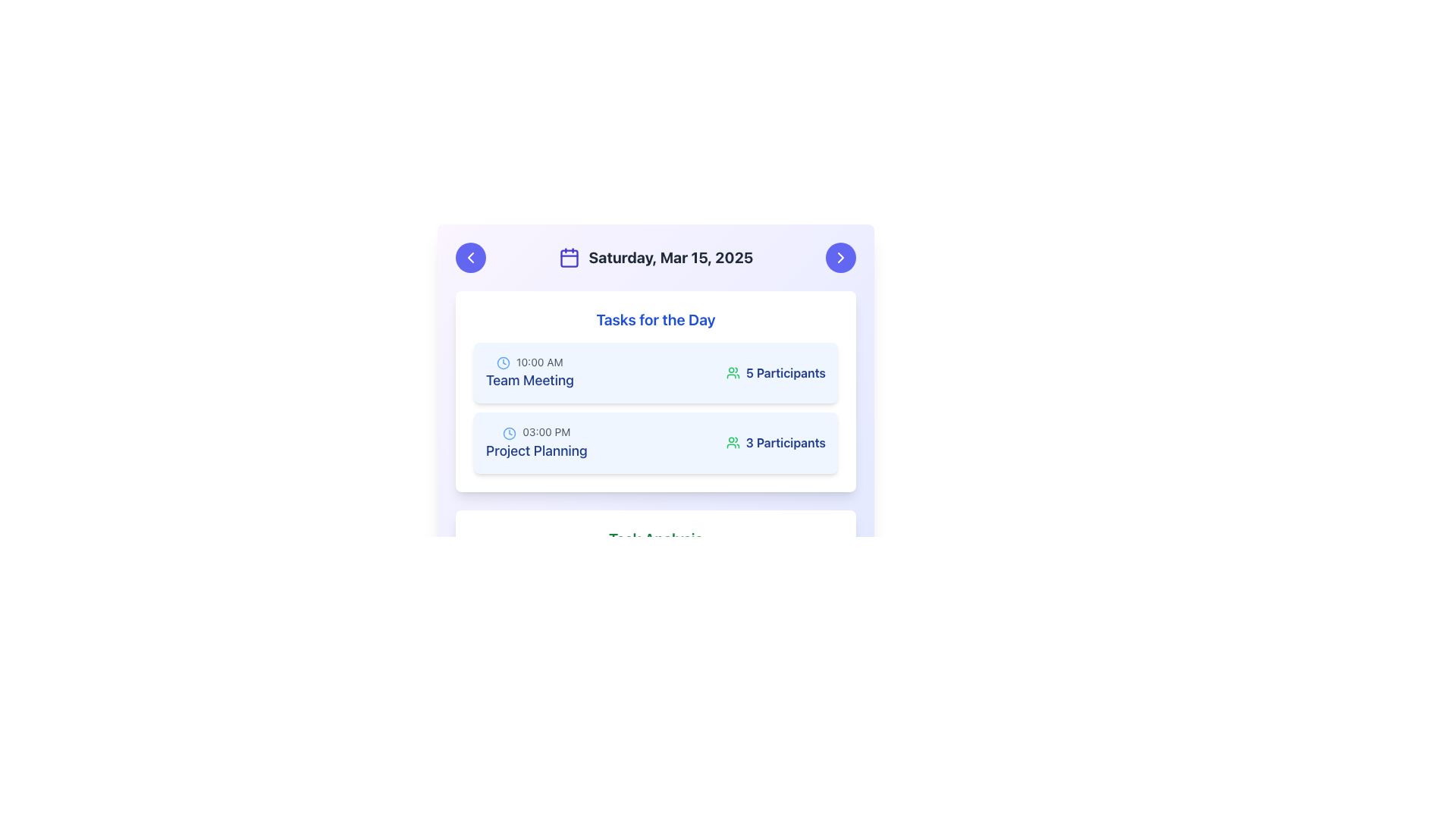 This screenshot has height=819, width=1456. What do you see at coordinates (776, 373) in the screenshot?
I see `the '5 Participants' text label with a green person icon in the 'Team Meeting' row of the schedule list` at bounding box center [776, 373].